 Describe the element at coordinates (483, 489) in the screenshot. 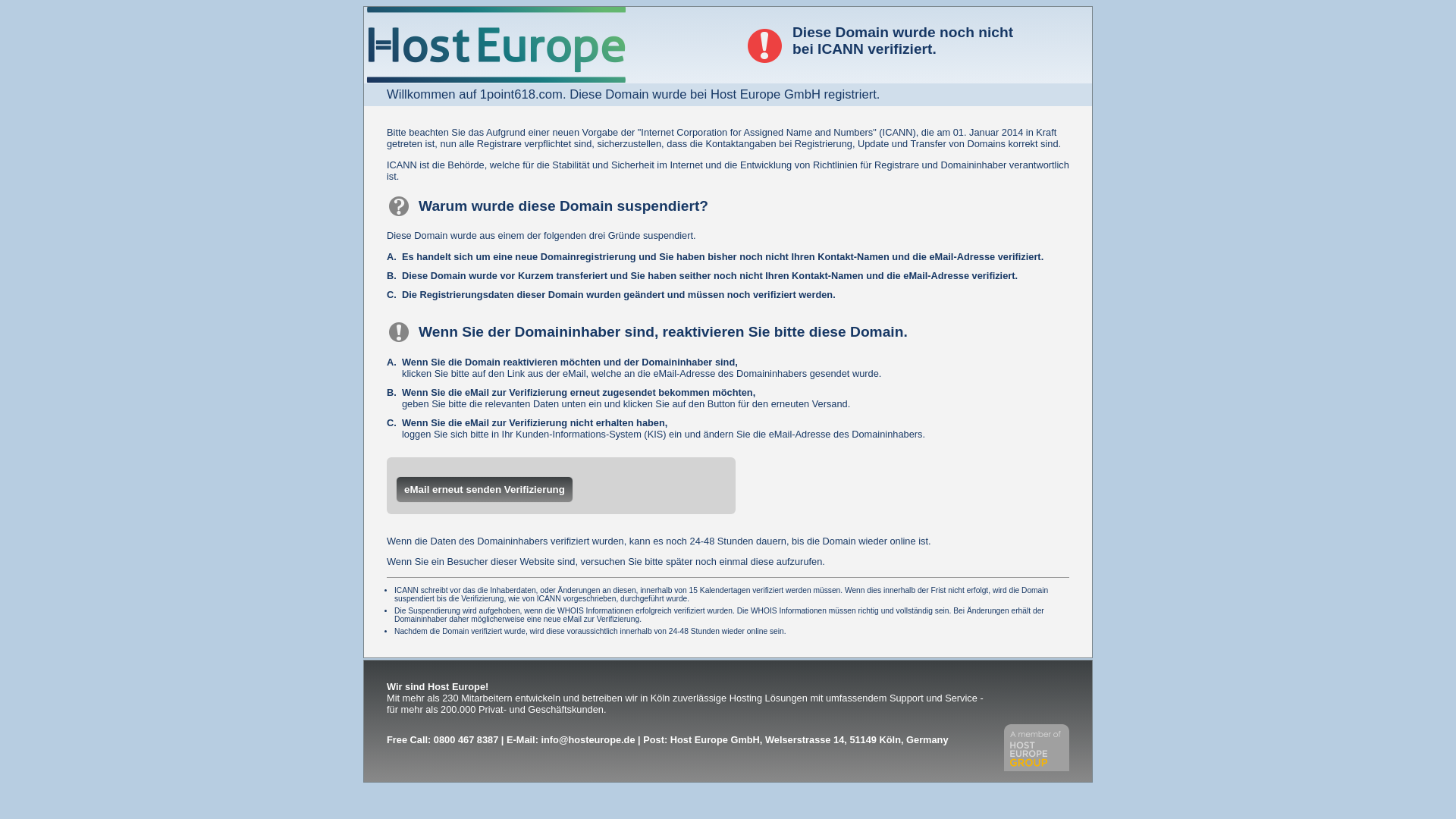

I see `'eMail erneut senden Verifizierung'` at that location.